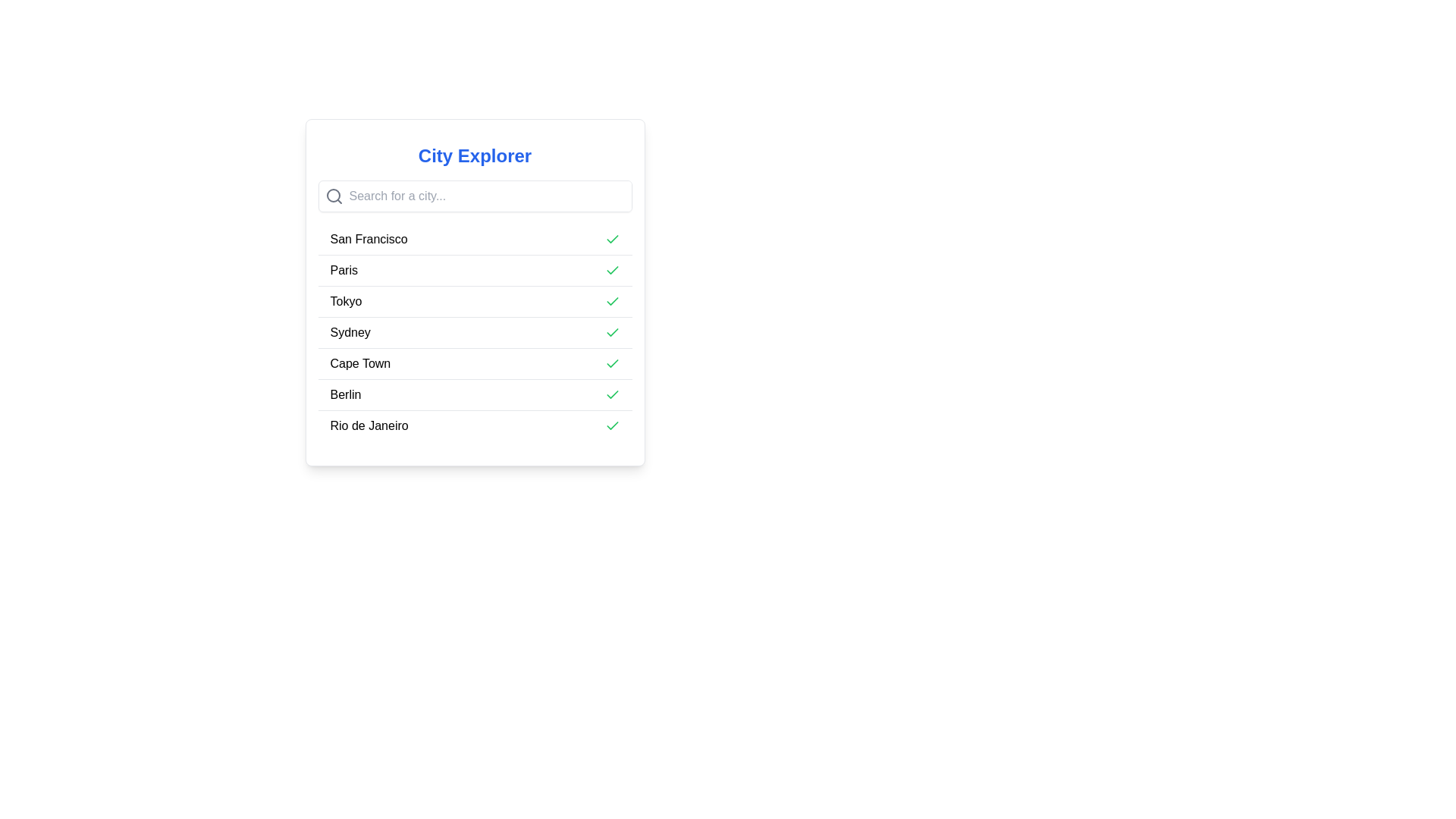  Describe the element at coordinates (332, 195) in the screenshot. I see `the decorative icon part of the magnifying glass, which symbolizes a search function, located in the header of the content layout` at that location.